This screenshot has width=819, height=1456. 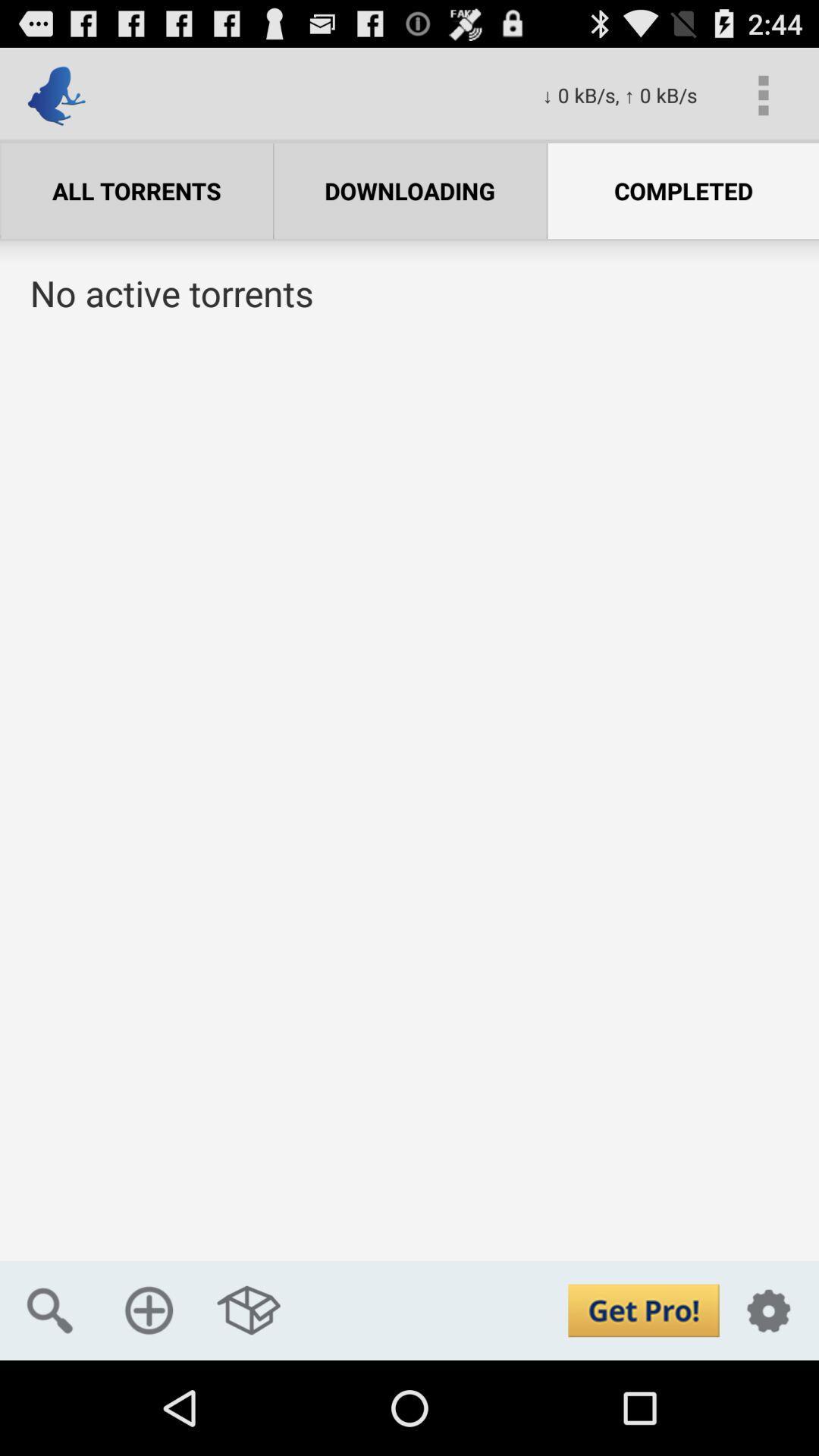 What do you see at coordinates (643, 1310) in the screenshot?
I see `upgrade account` at bounding box center [643, 1310].